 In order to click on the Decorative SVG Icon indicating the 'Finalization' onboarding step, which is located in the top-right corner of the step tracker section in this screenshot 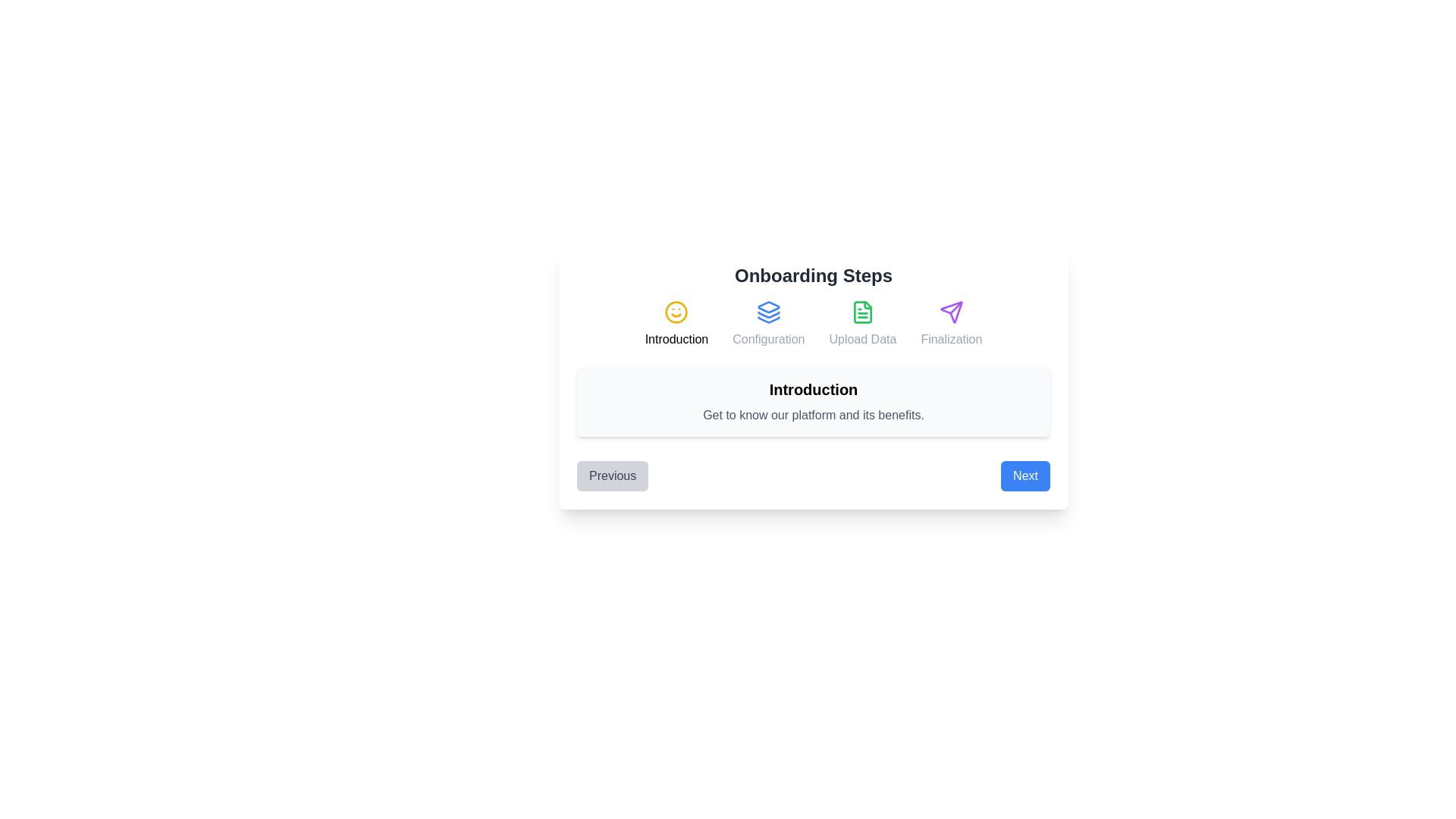, I will do `click(950, 312)`.